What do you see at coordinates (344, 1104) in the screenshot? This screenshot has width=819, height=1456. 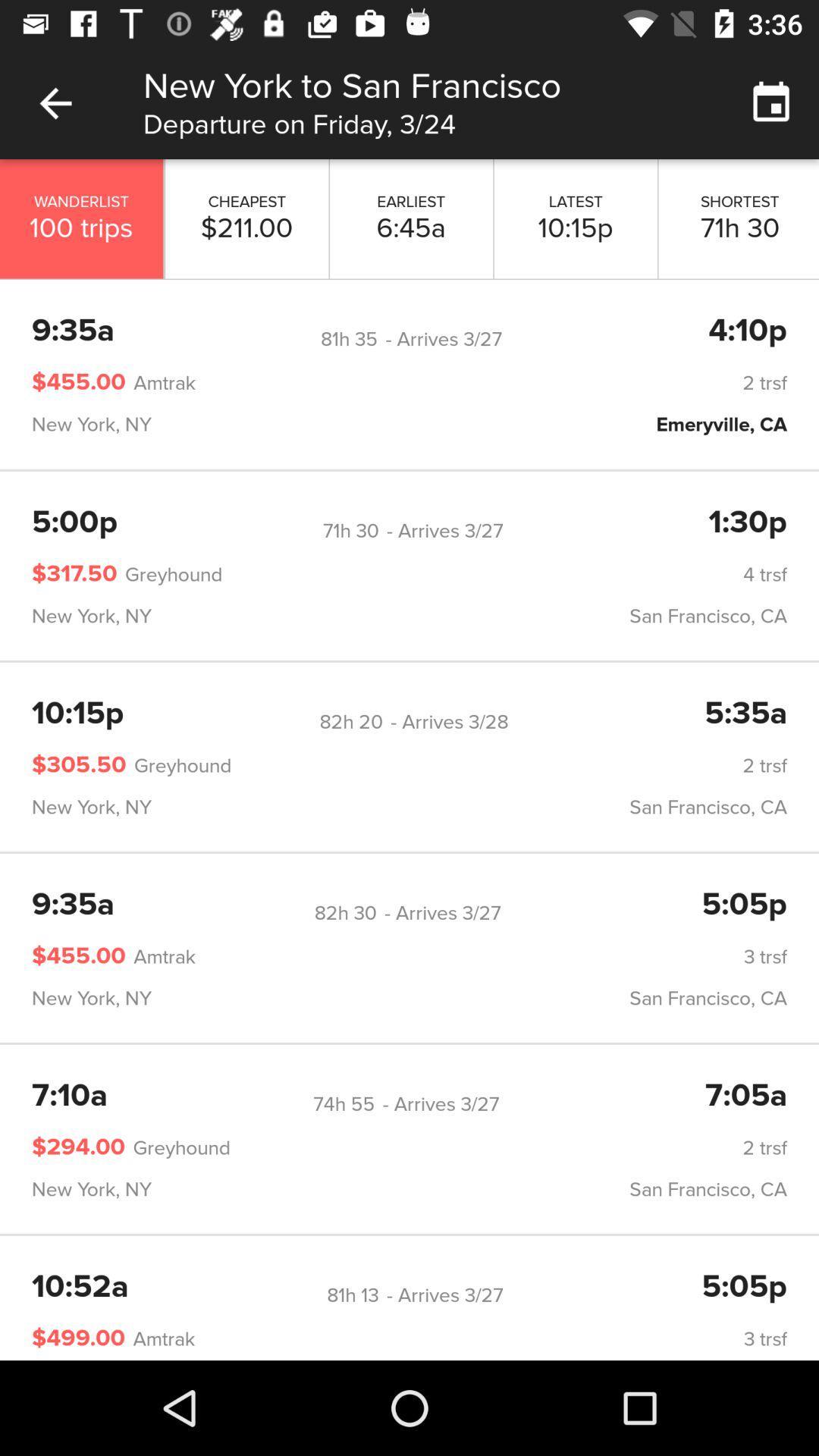 I see `icon next to - arrives 3/27 icon` at bounding box center [344, 1104].